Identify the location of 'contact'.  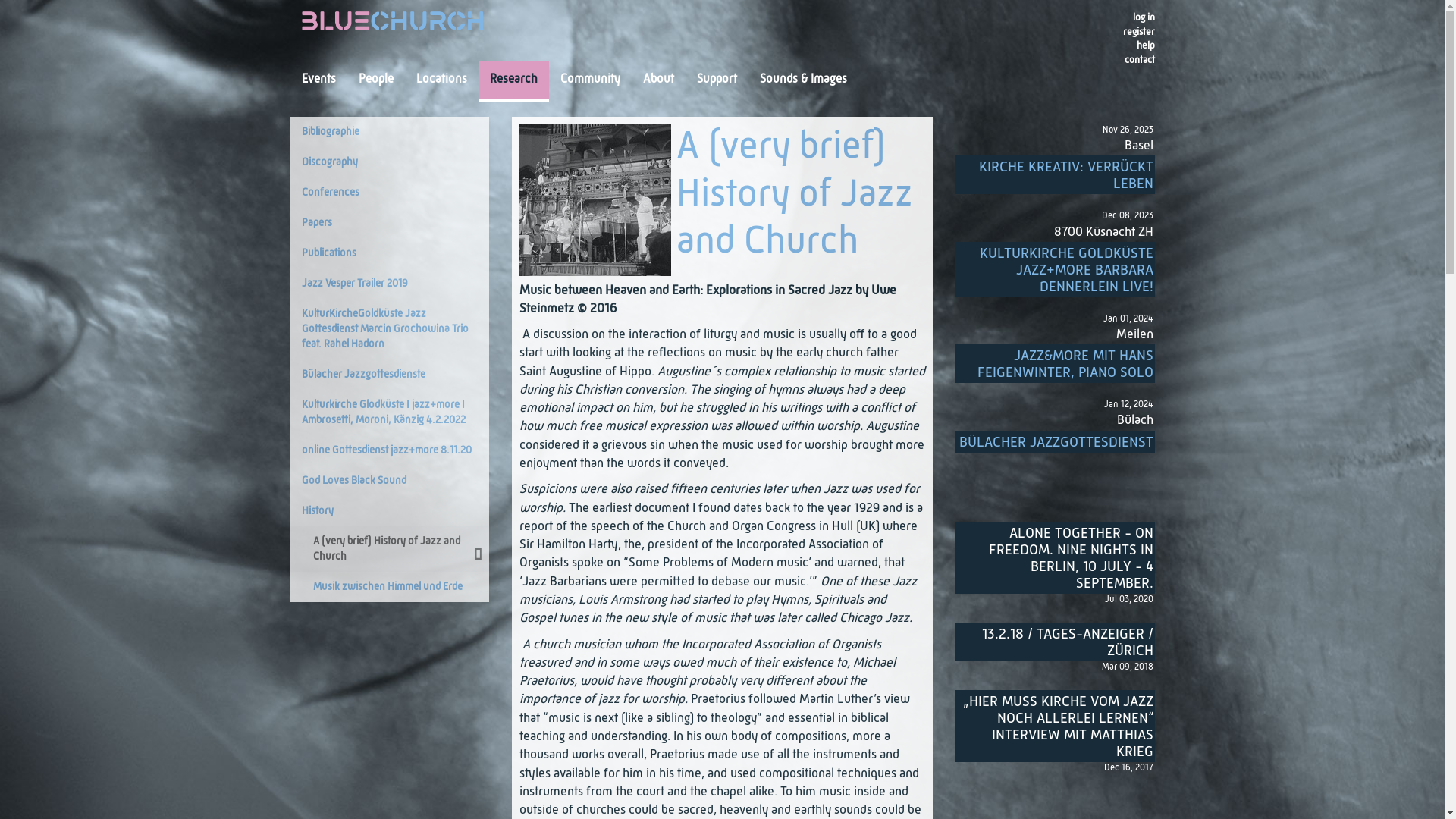
(1135, 59).